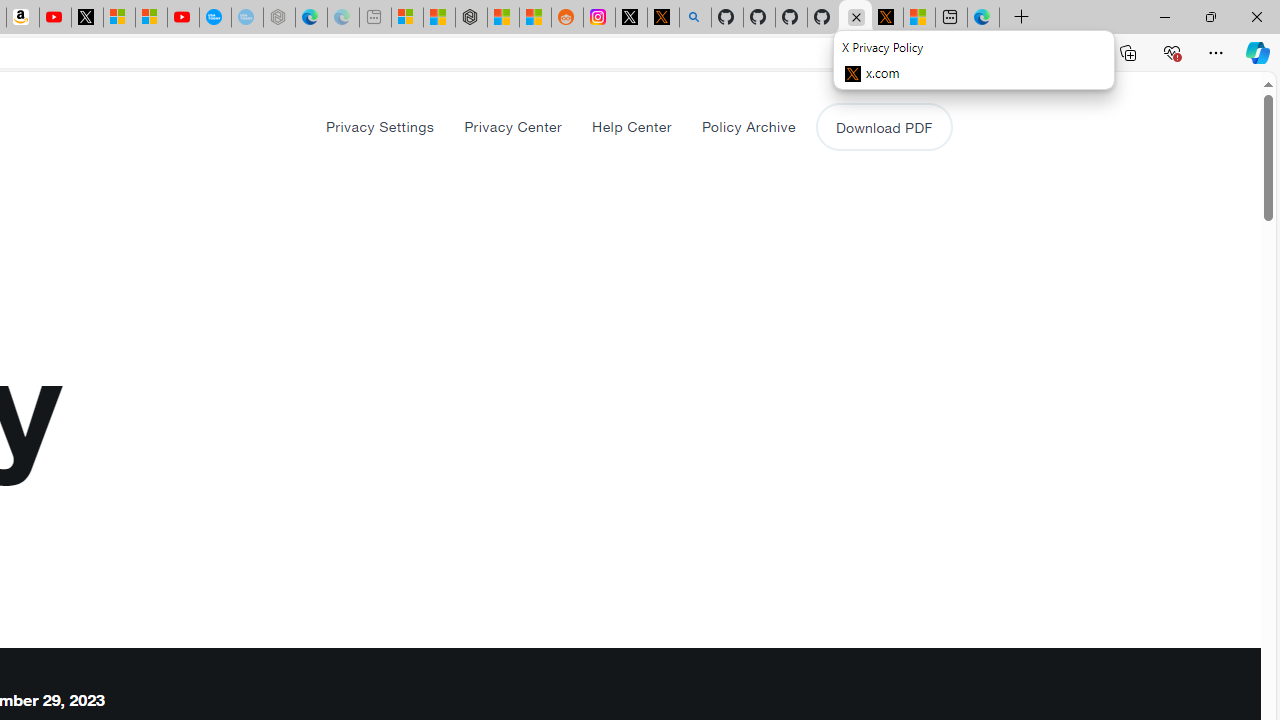 This screenshot has width=1280, height=720. What do you see at coordinates (513, 126) in the screenshot?
I see `'Privacy Center'` at bounding box center [513, 126].